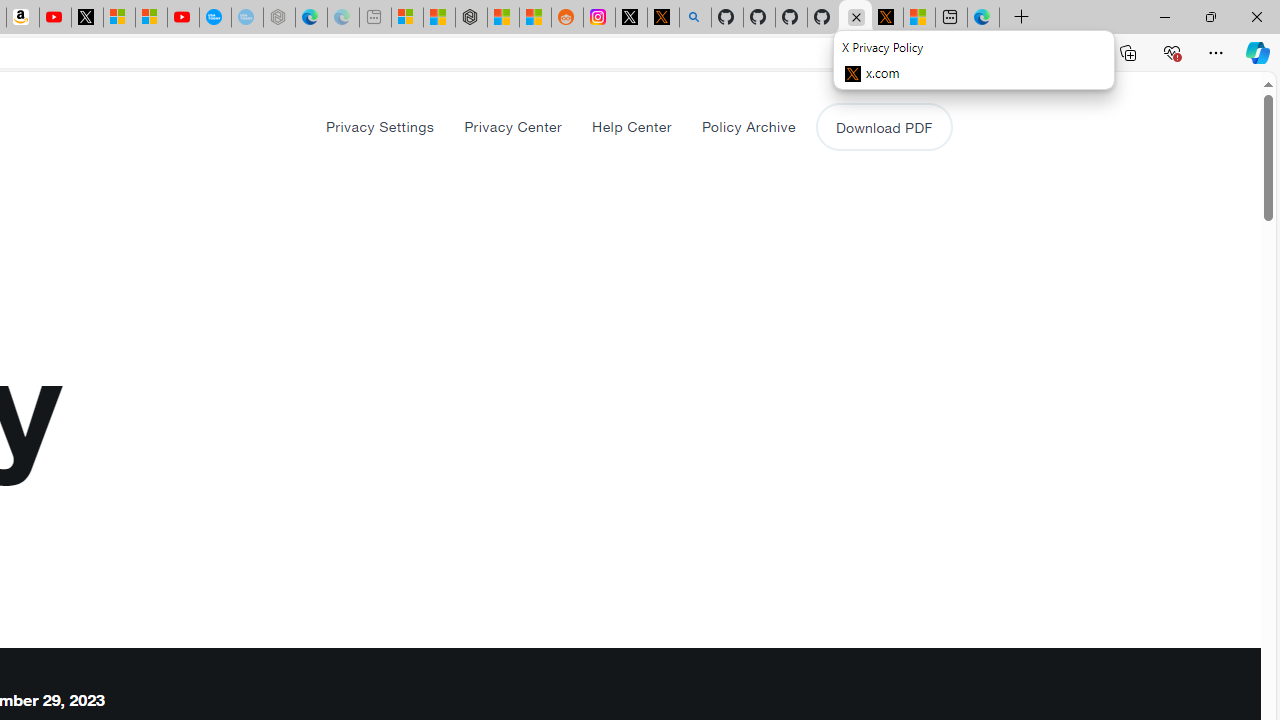 This screenshot has width=1280, height=720. What do you see at coordinates (513, 126) in the screenshot?
I see `'Privacy Center'` at bounding box center [513, 126].